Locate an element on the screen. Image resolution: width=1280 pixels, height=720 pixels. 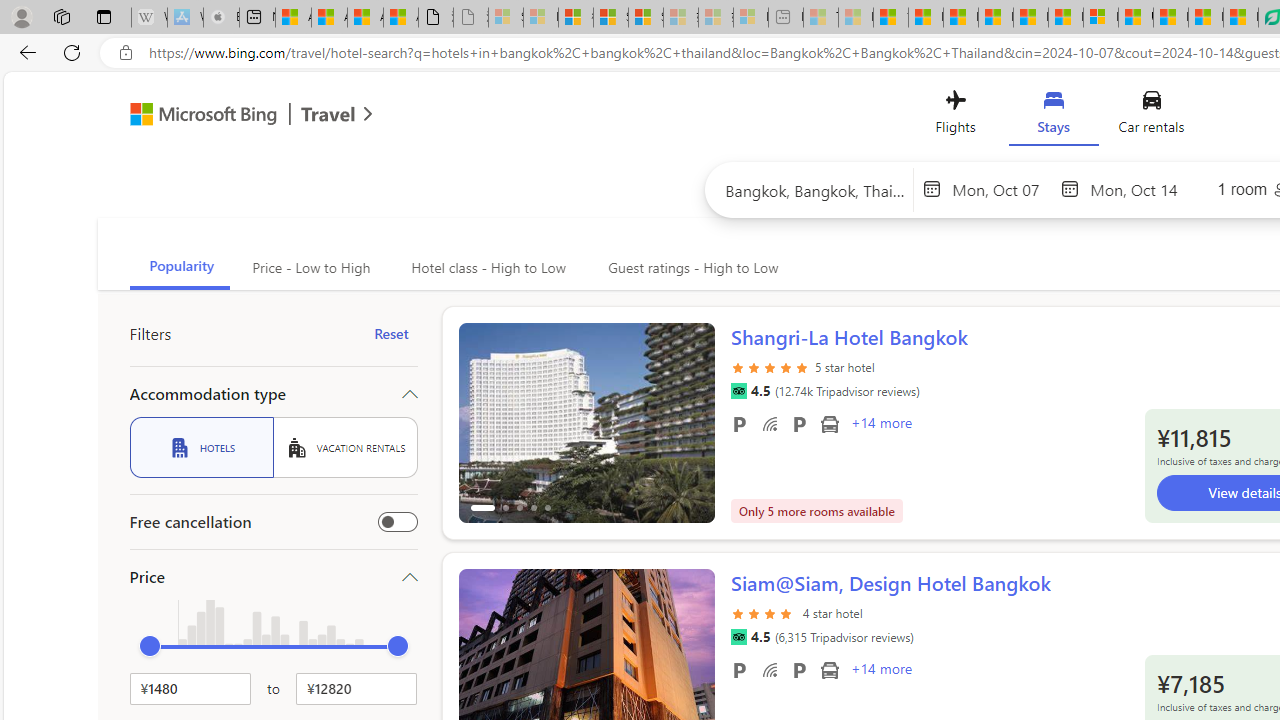
'Aberdeen, Hong Kong SAR weather forecast | Microsoft Weather' is located at coordinates (329, 17).